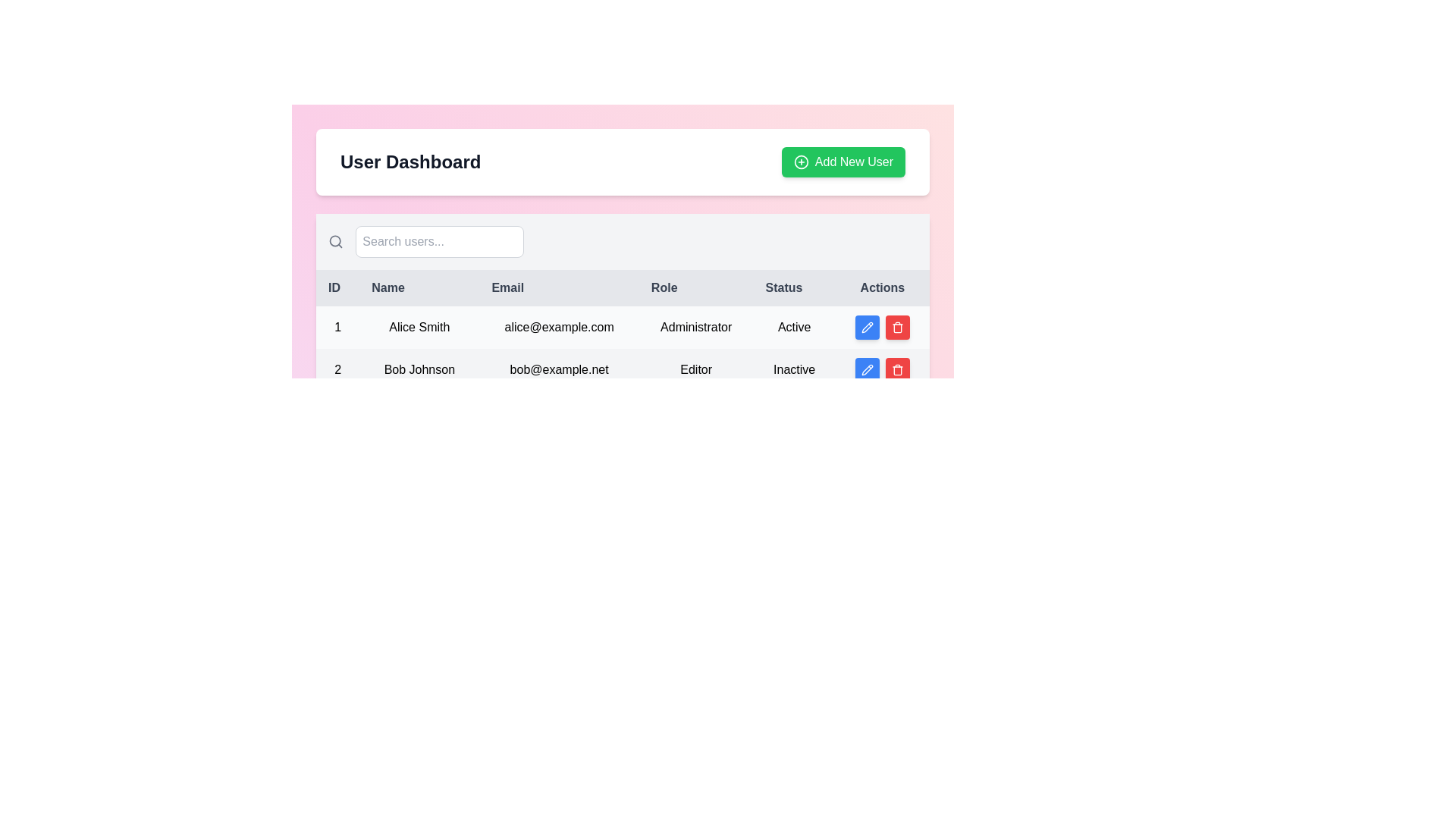  Describe the element at coordinates (695, 327) in the screenshot. I see `the text label displaying the role 'Administrator' for user 'Alice Smith' in the first row of the table under the 'Role' column` at that location.